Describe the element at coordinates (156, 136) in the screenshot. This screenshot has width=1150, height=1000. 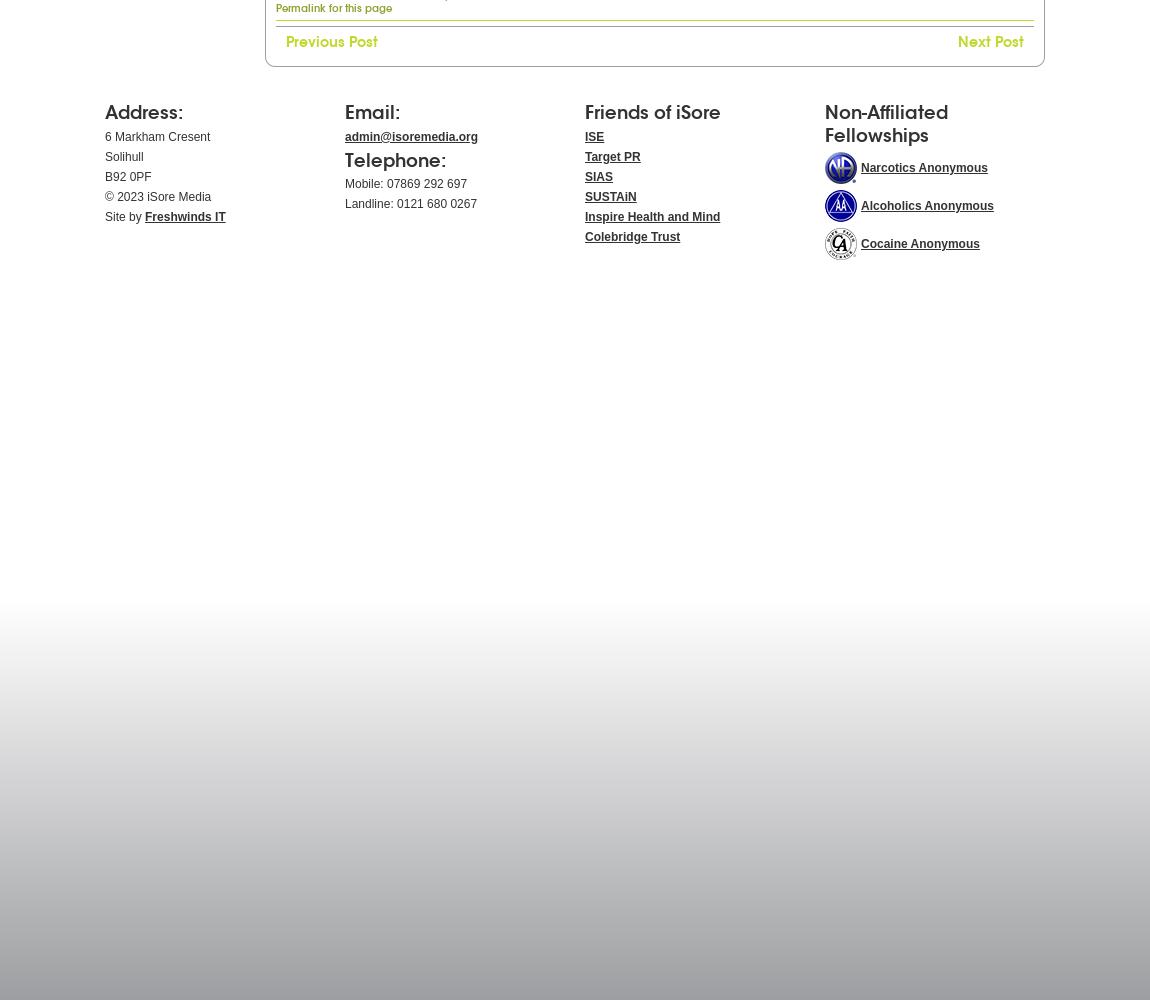
I see `'6 Markham Cresent'` at that location.